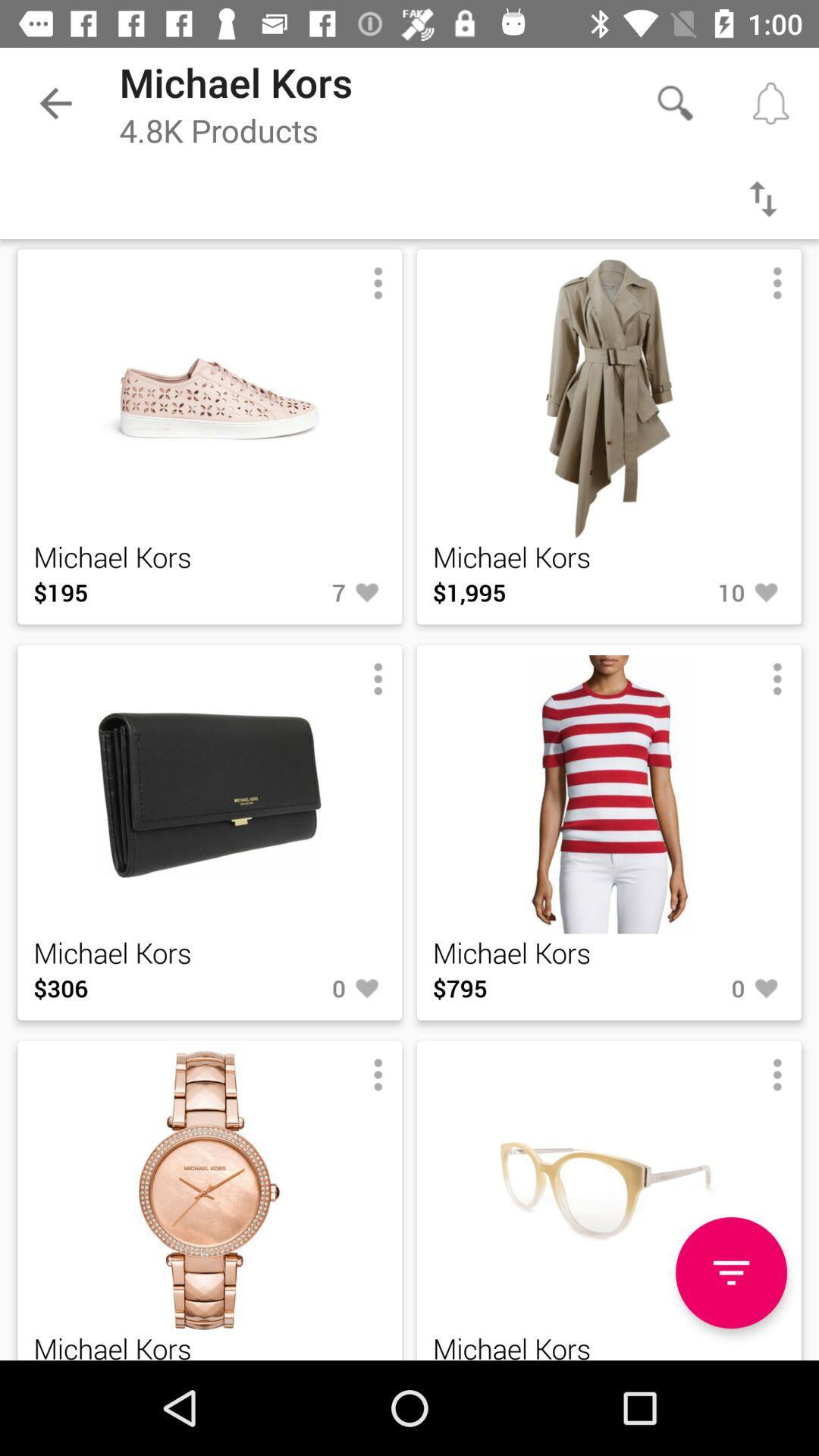  Describe the element at coordinates (298, 1360) in the screenshot. I see `the 6 item` at that location.